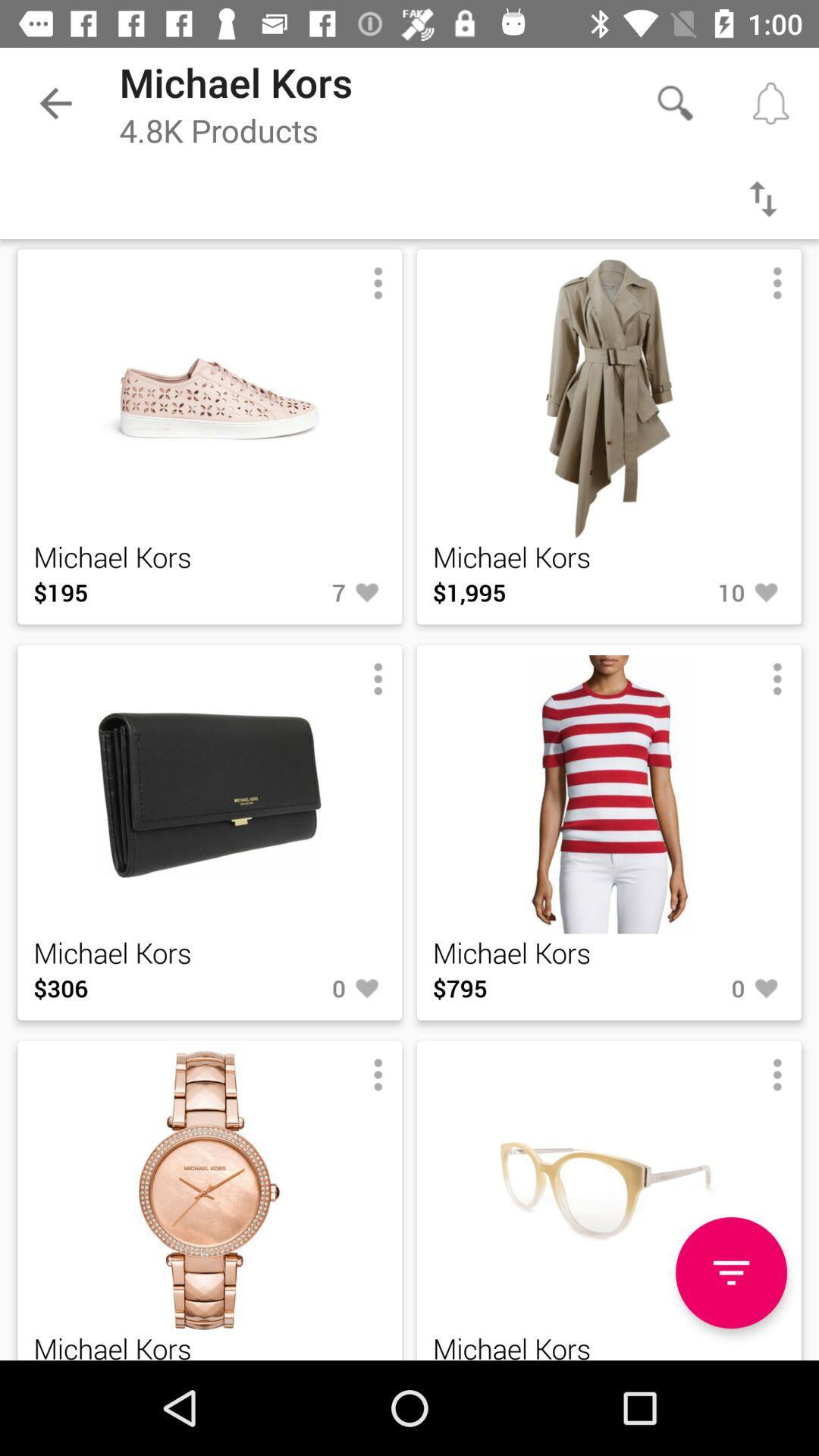  Describe the element at coordinates (298, 1360) in the screenshot. I see `the 6 item` at that location.